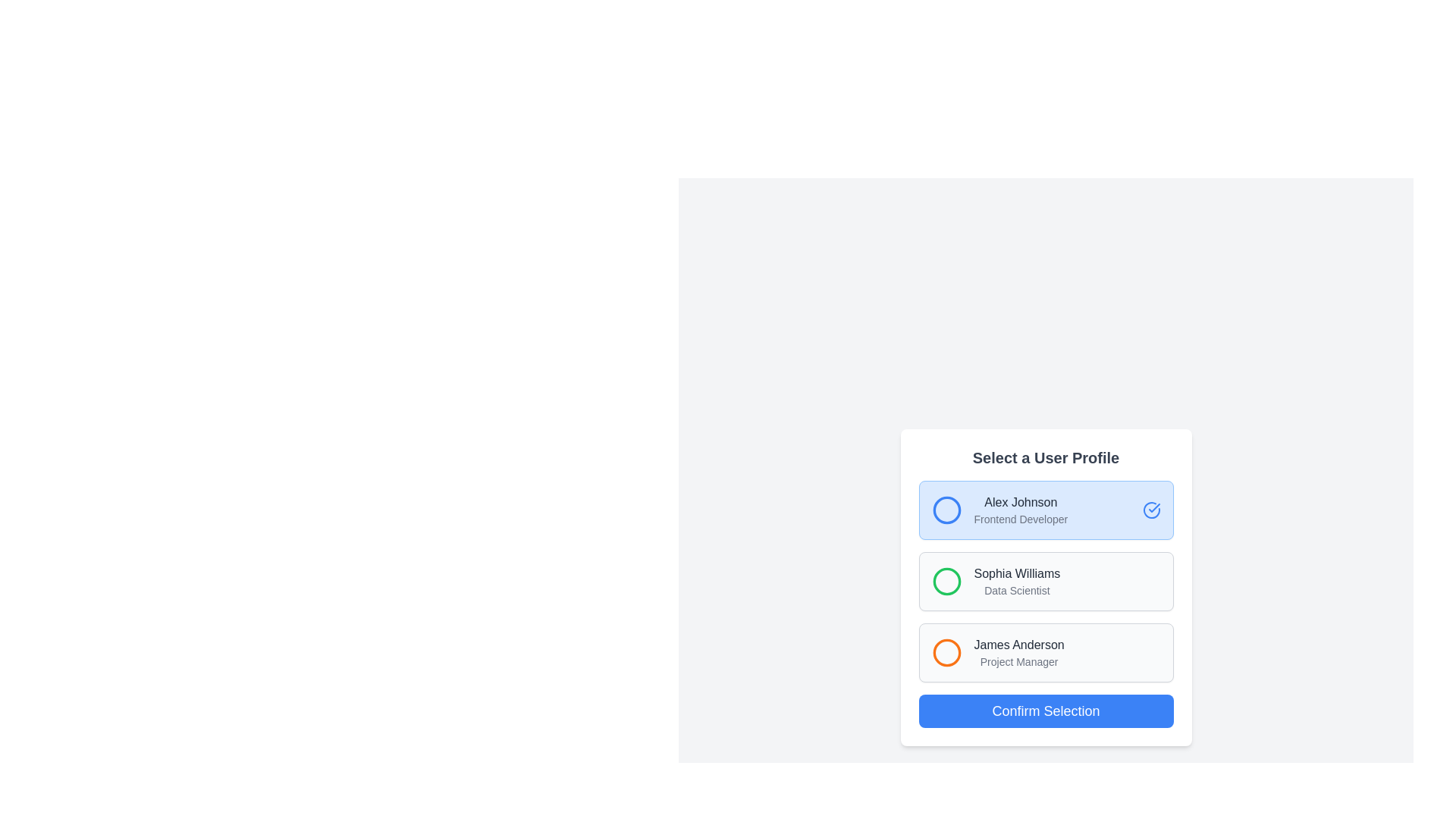 This screenshot has height=819, width=1456. I want to click on the Confirmation Icon, a circular blue icon with a checkmark inside, located at the far-right end of the card for Alex Johnson, within a blue-highlighted selection box, so click(1151, 510).